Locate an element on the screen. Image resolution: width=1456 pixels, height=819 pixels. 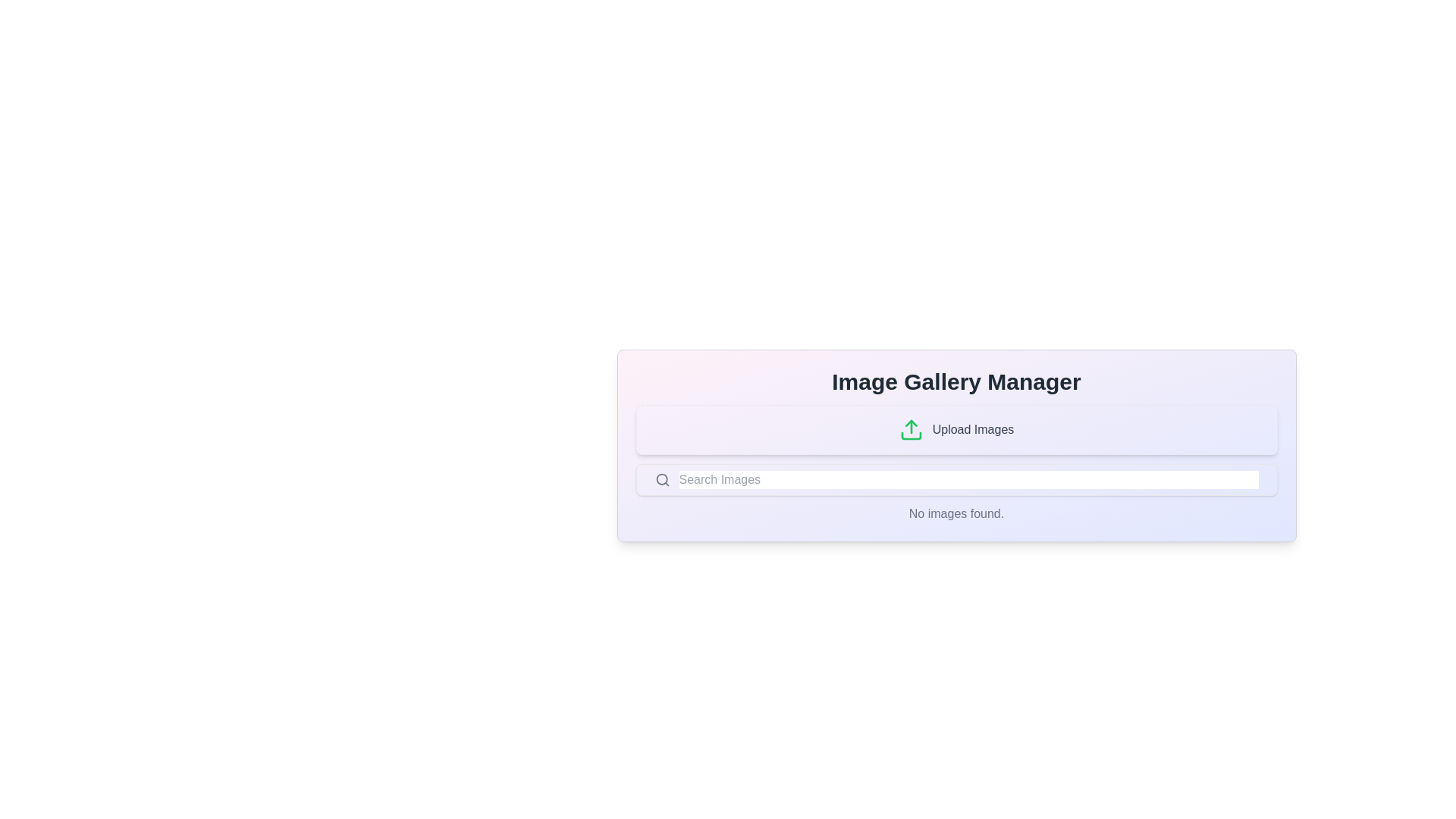
the text label that describes the functionality of uploading images, located to the right of the upward-pointing green arrow icon is located at coordinates (973, 430).